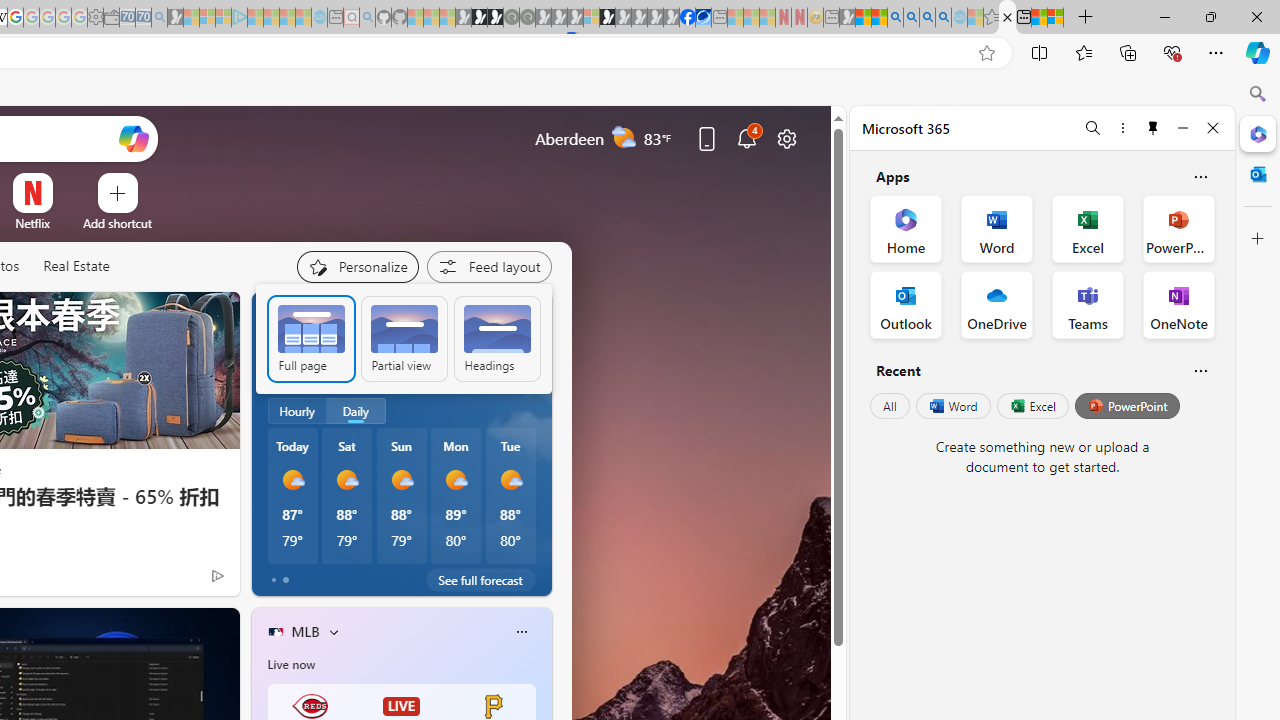 The image size is (1280, 720). Describe the element at coordinates (905, 227) in the screenshot. I see `'Home Office App'` at that location.